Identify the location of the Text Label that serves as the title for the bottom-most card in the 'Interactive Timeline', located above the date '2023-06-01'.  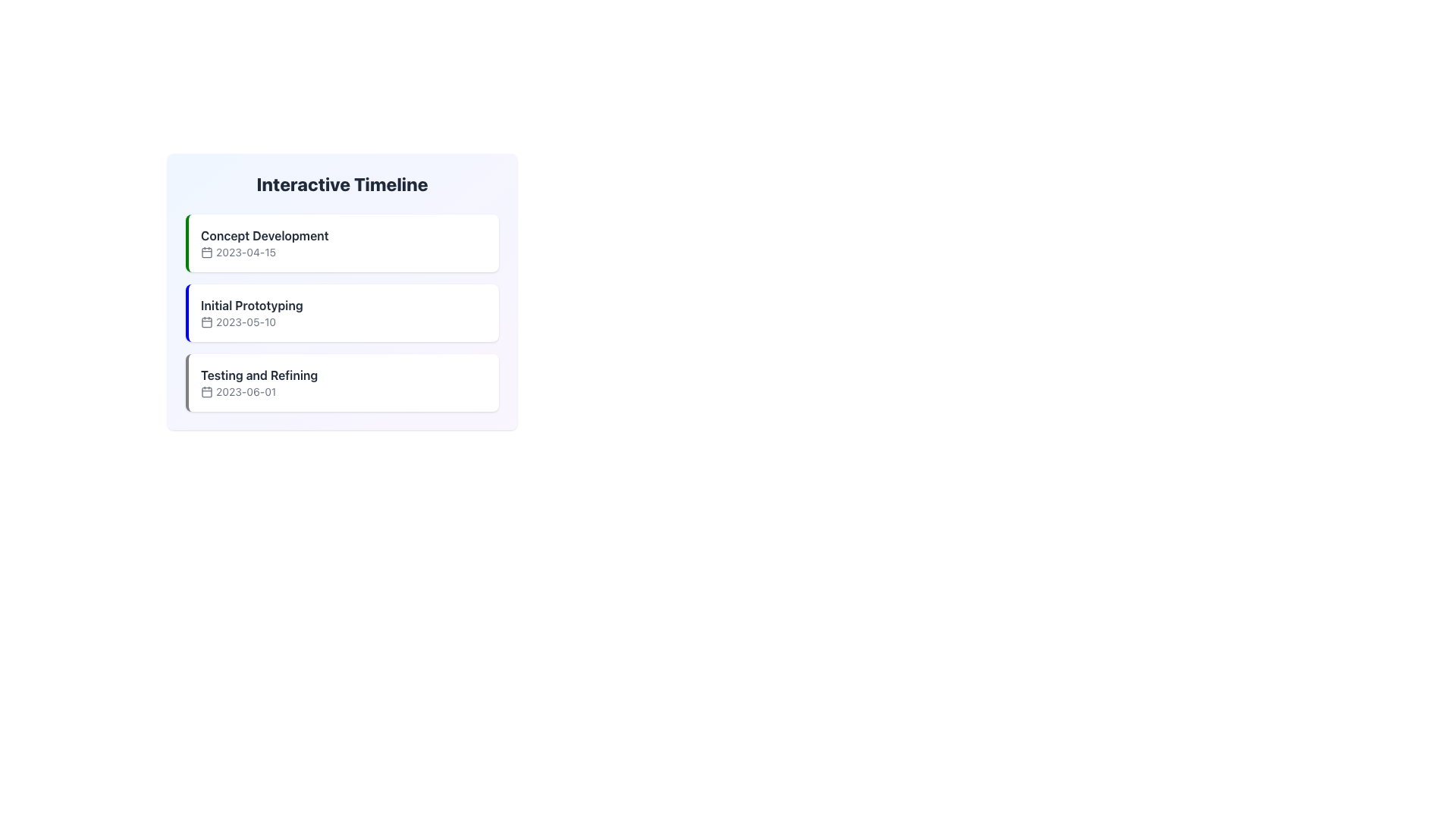
(259, 375).